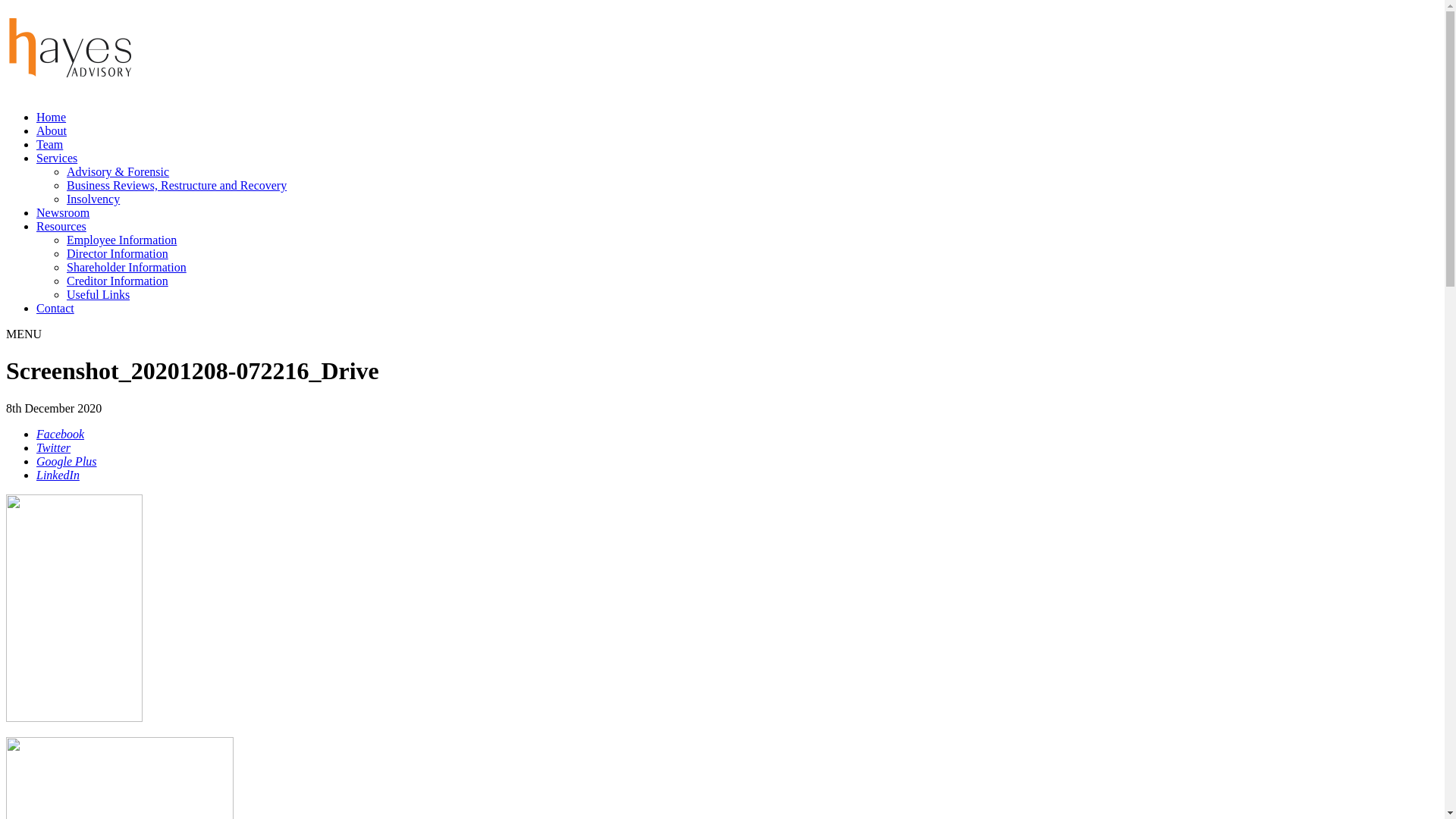 The image size is (1456, 819). Describe the element at coordinates (51, 116) in the screenshot. I see `'Home'` at that location.